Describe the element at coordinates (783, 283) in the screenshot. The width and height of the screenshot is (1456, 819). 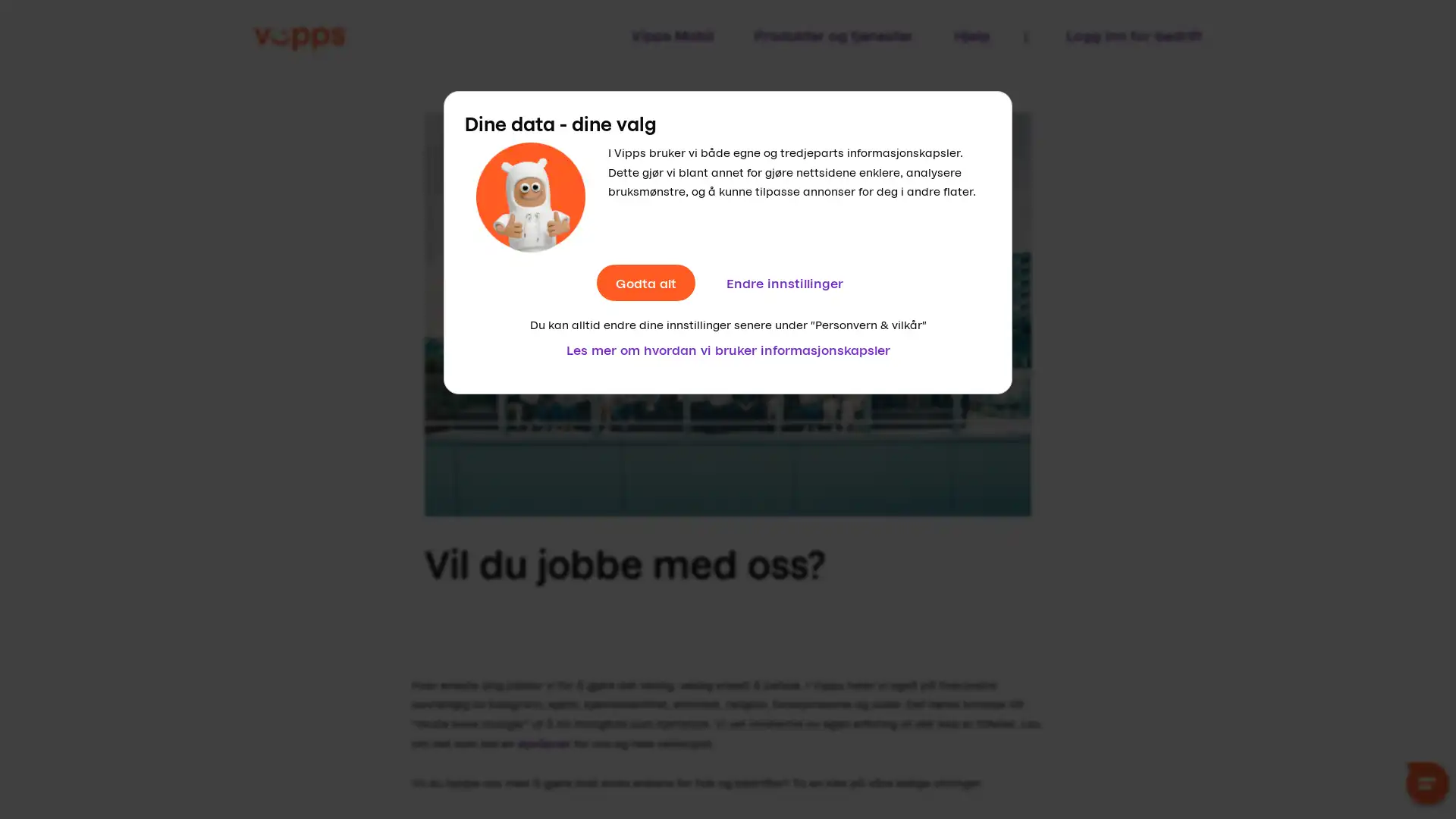
I see `Endre innstillinger` at that location.